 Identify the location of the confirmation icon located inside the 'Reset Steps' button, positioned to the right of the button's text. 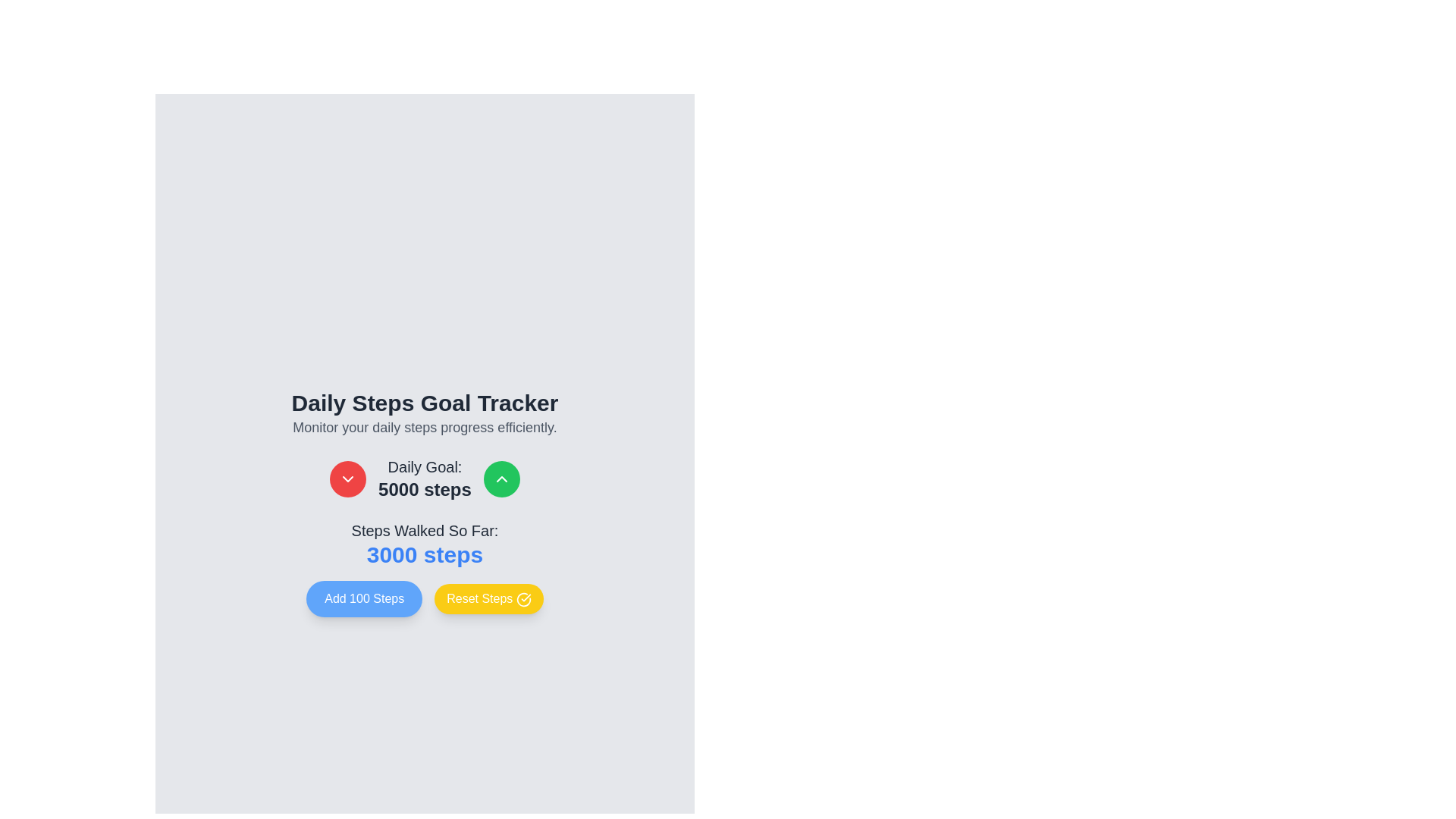
(523, 598).